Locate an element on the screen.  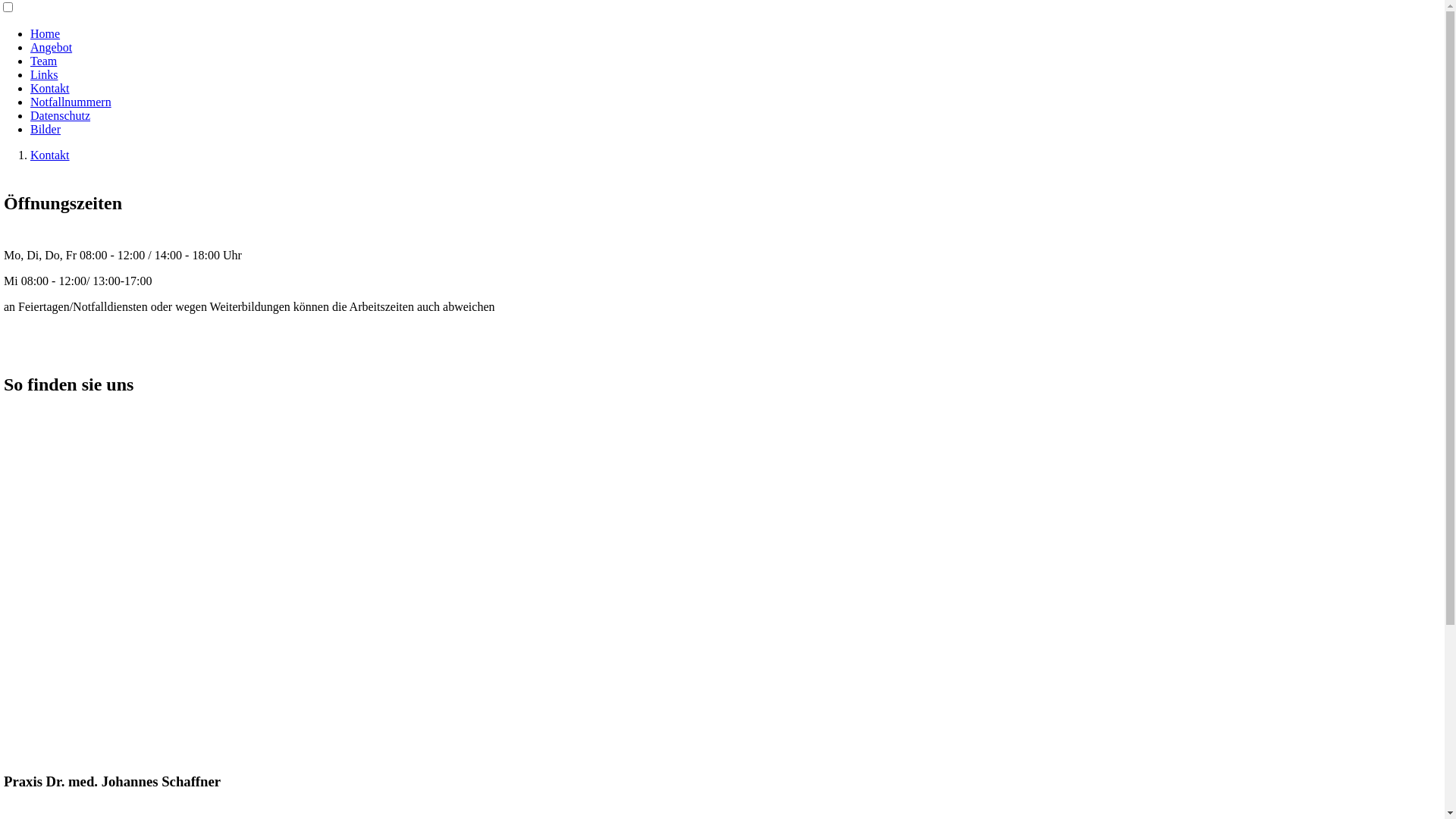
'Angebot' is located at coordinates (51, 46).